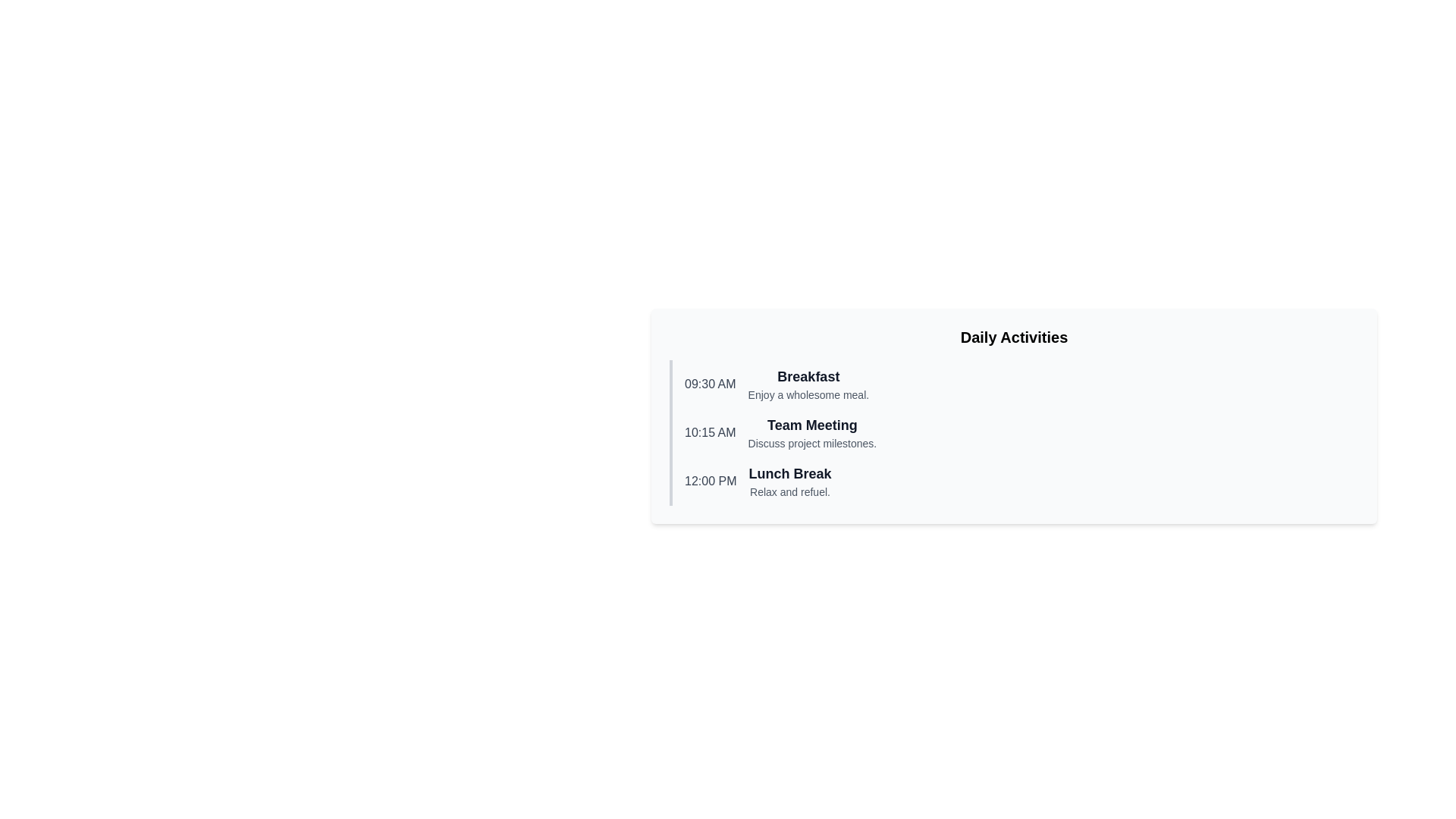 This screenshot has width=1456, height=819. What do you see at coordinates (811, 444) in the screenshot?
I see `the text element displaying 'Discuss project milestones.' located below the 'Team Meeting' header` at bounding box center [811, 444].